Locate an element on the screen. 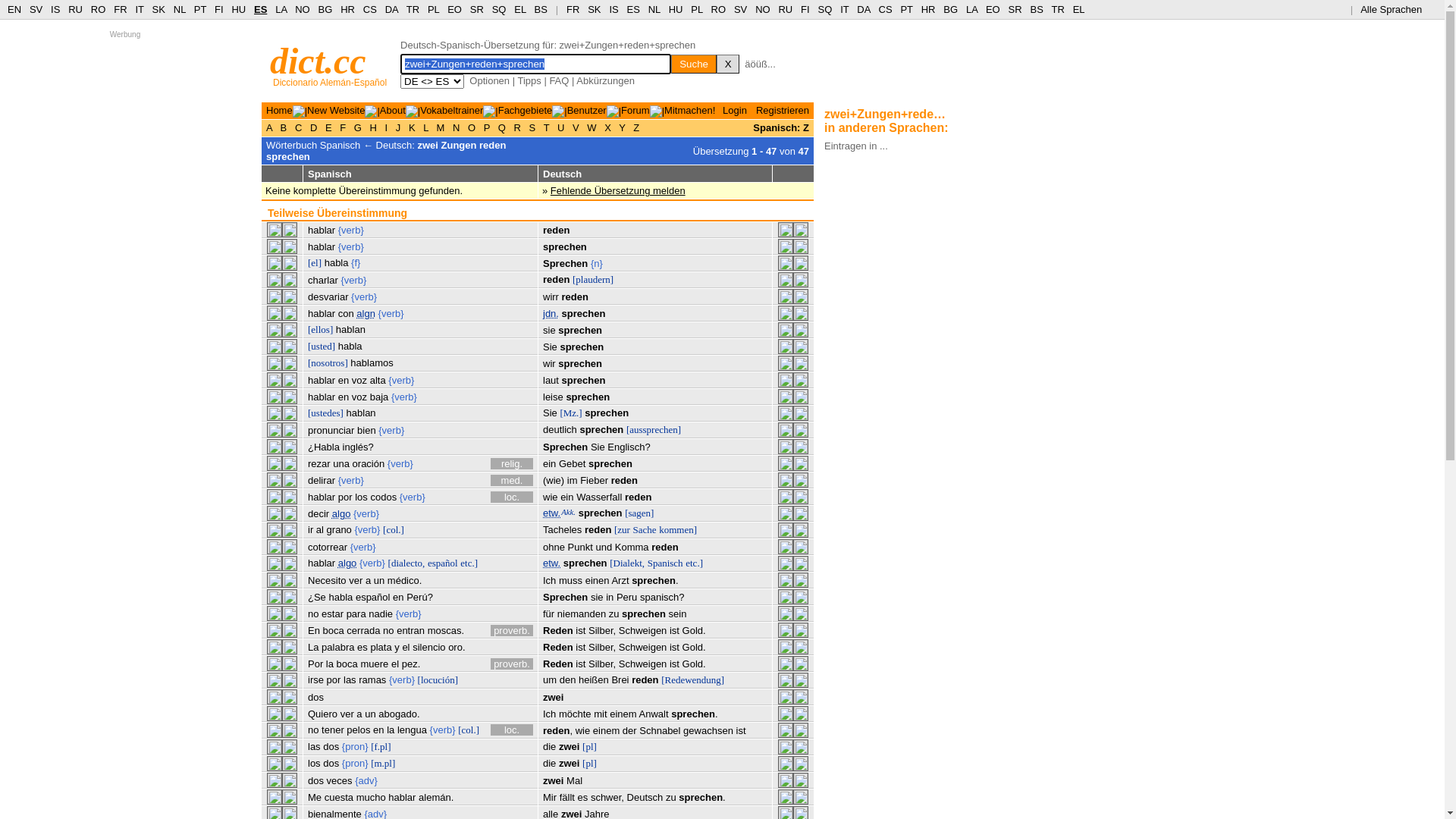 The width and height of the screenshot is (1456, 819). 'sprechen.' is located at coordinates (654, 580).